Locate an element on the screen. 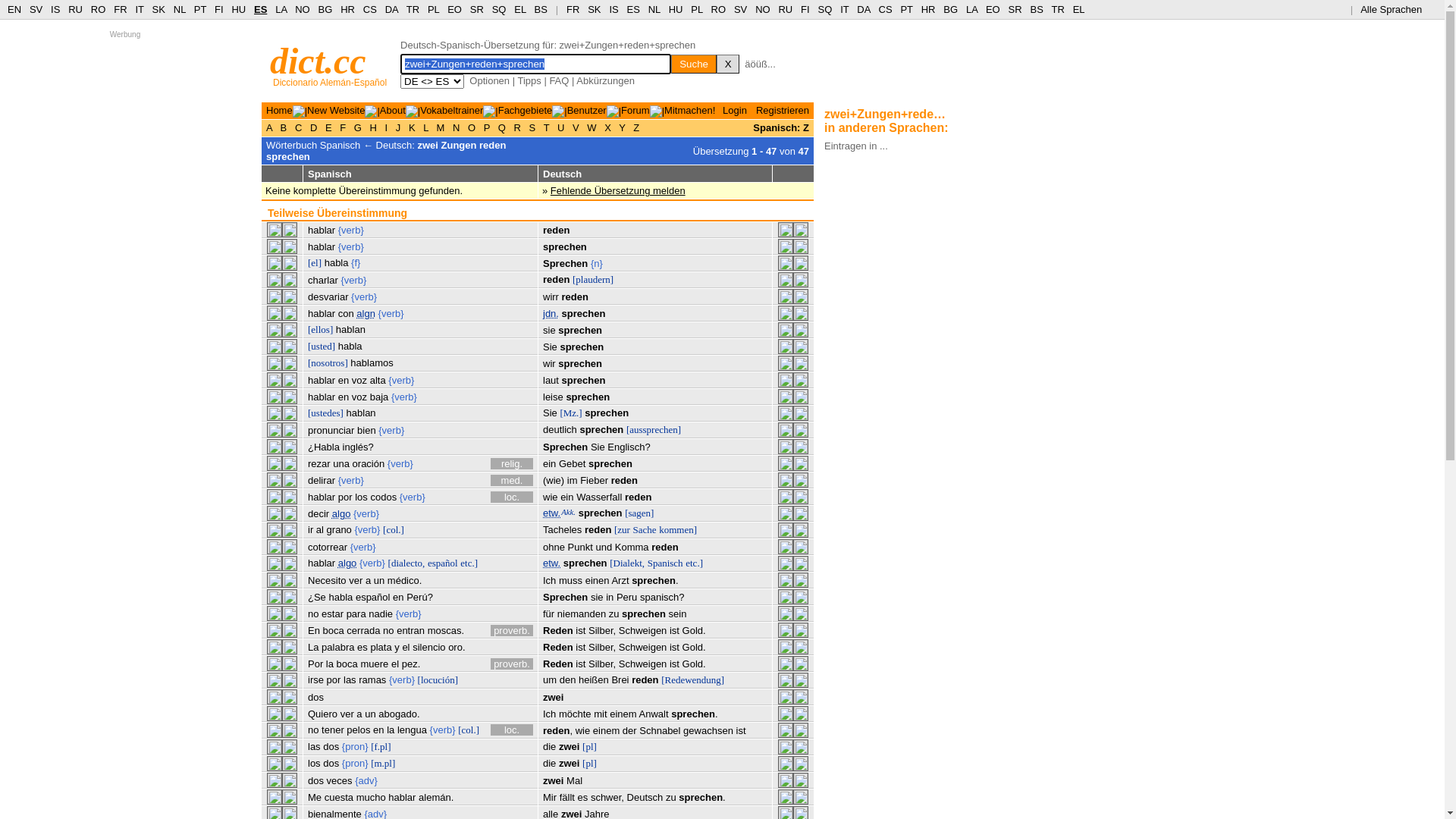 The width and height of the screenshot is (1456, 819). 'sprechen.' is located at coordinates (654, 580).